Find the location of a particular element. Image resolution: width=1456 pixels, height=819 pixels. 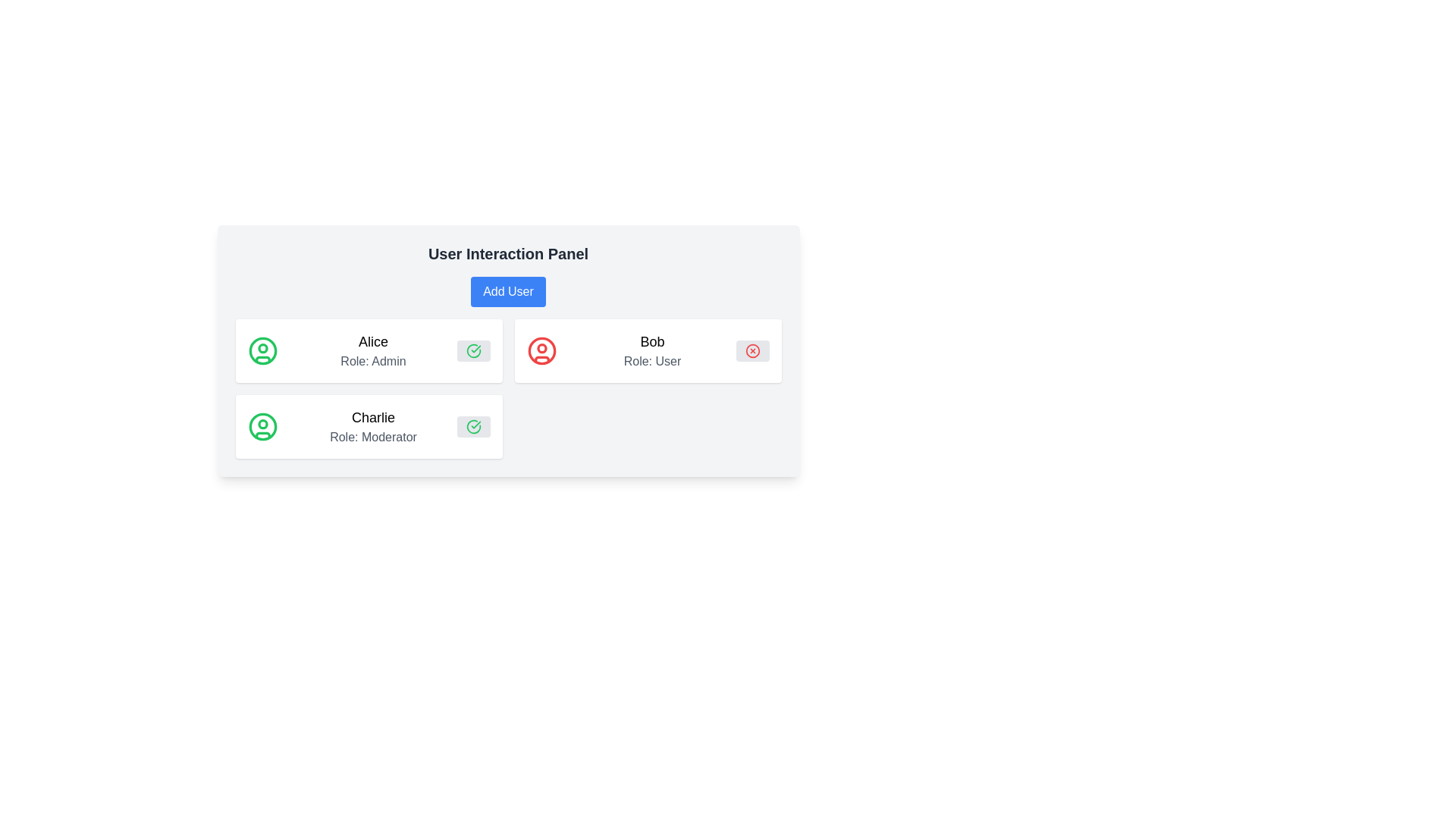

the user information display for 'Bob' which includes the name in bold and the role 'User' in gray, located in the second card of a vertical list of user cards is located at coordinates (652, 350).